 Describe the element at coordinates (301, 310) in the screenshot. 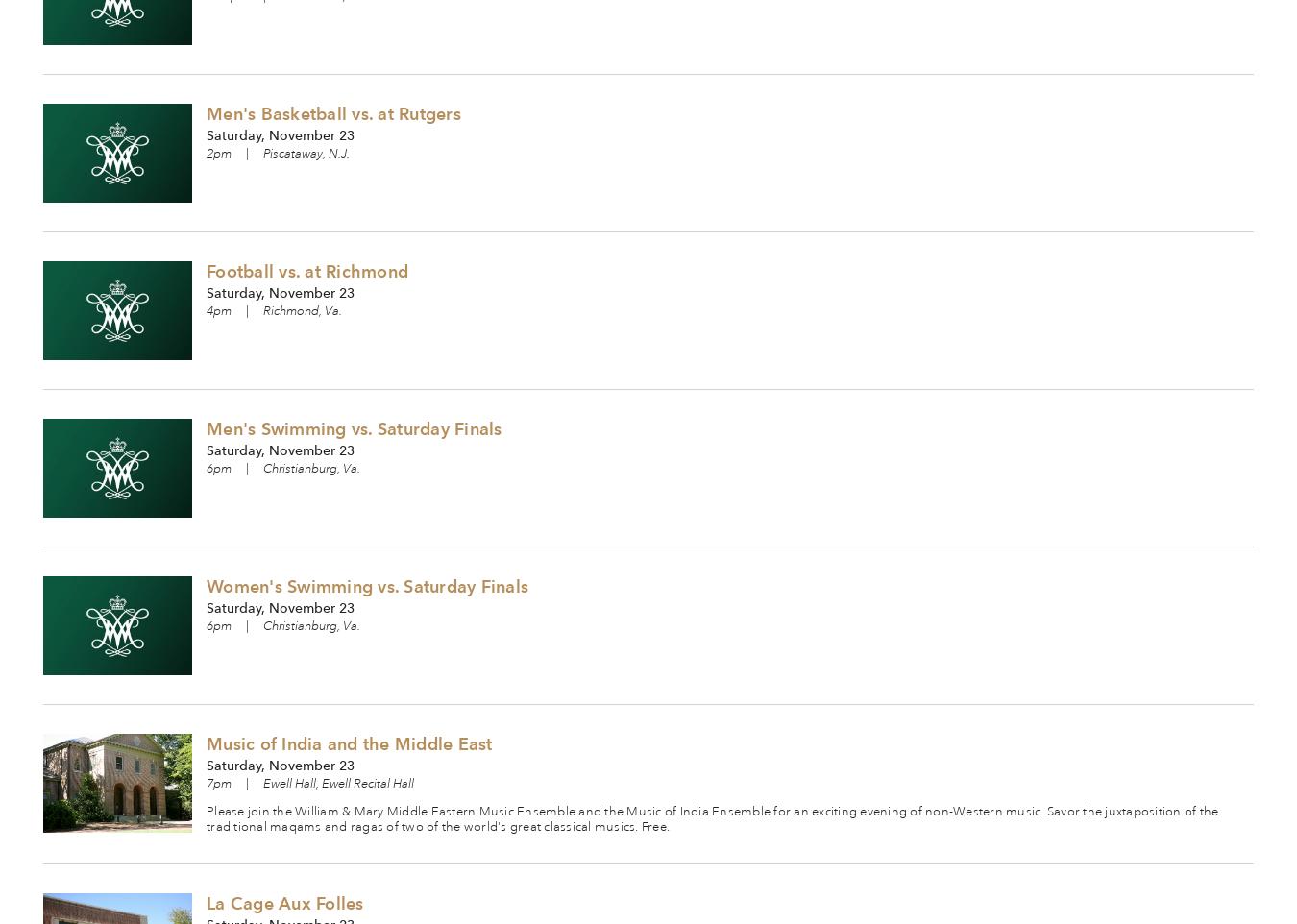

I see `'Richmond, Va.'` at that location.